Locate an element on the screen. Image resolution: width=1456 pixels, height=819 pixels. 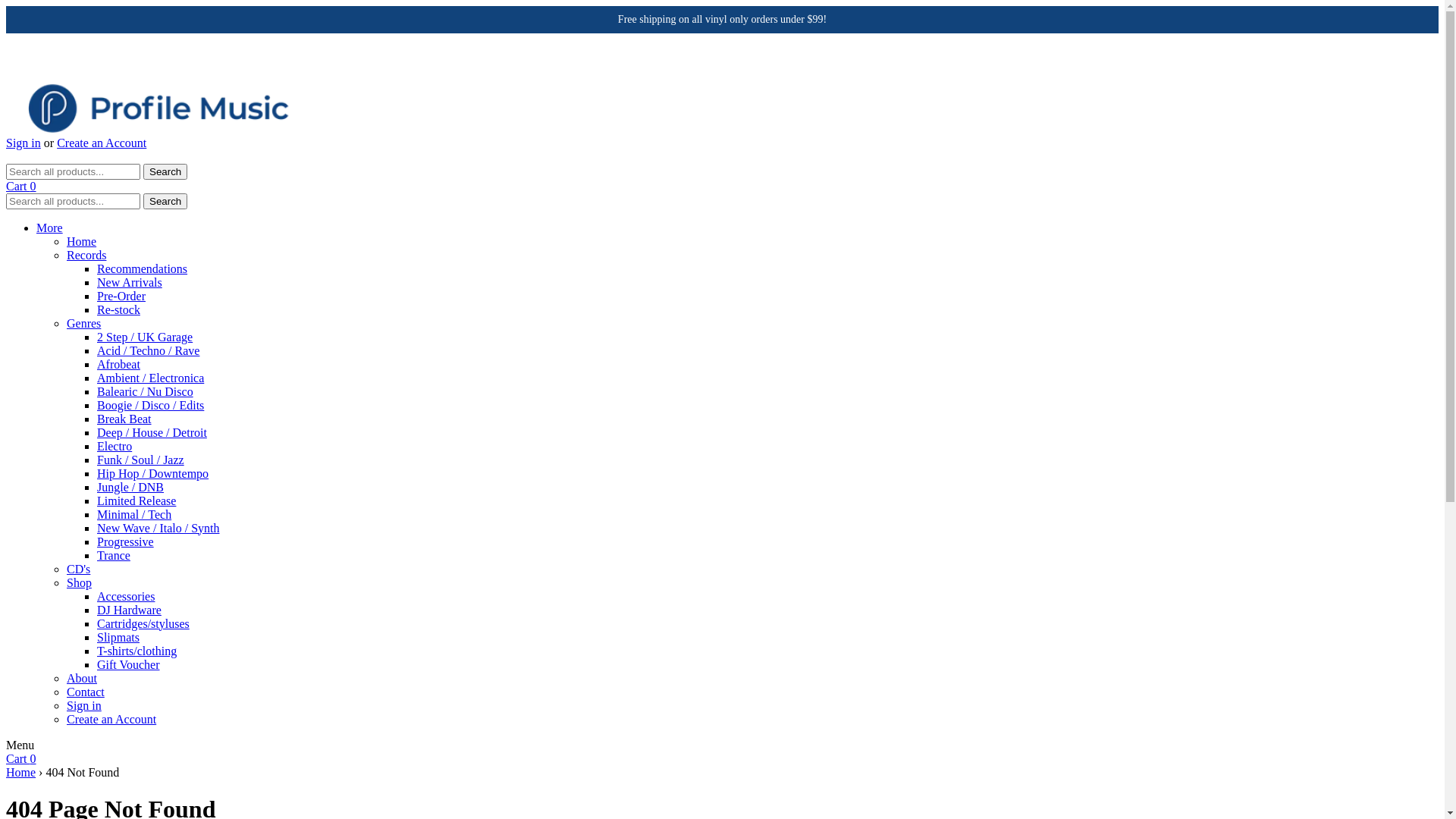
'Minimal / Tech' is located at coordinates (134, 513).